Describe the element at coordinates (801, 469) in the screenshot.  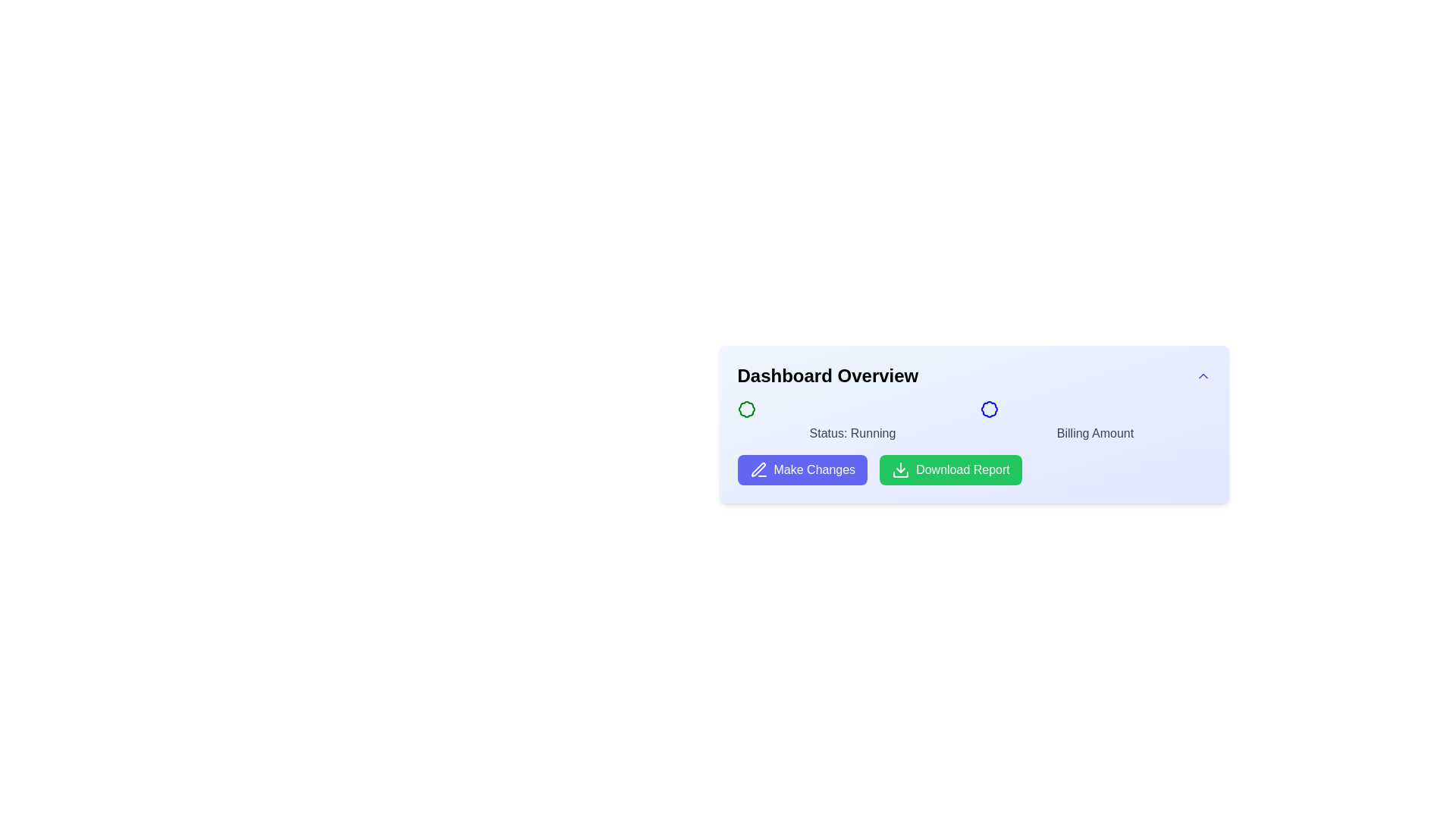
I see `the first button in the group below the 'Dashboard Overview' to initiate the 'Make Changes' action` at that location.